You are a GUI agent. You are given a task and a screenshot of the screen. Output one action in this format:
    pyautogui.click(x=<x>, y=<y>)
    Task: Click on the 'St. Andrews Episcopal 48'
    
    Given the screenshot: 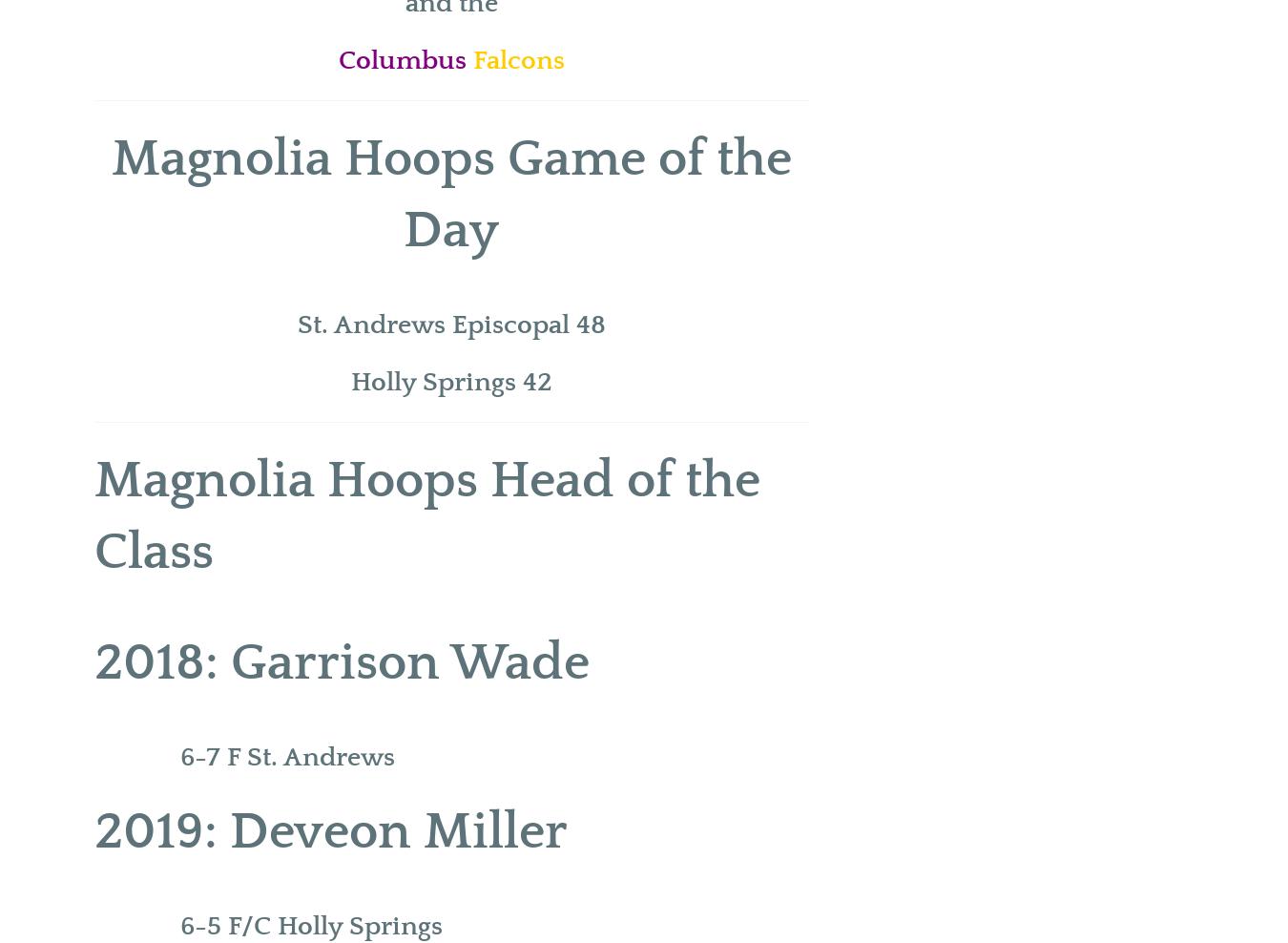 What is the action you would take?
    pyautogui.click(x=449, y=325)
    